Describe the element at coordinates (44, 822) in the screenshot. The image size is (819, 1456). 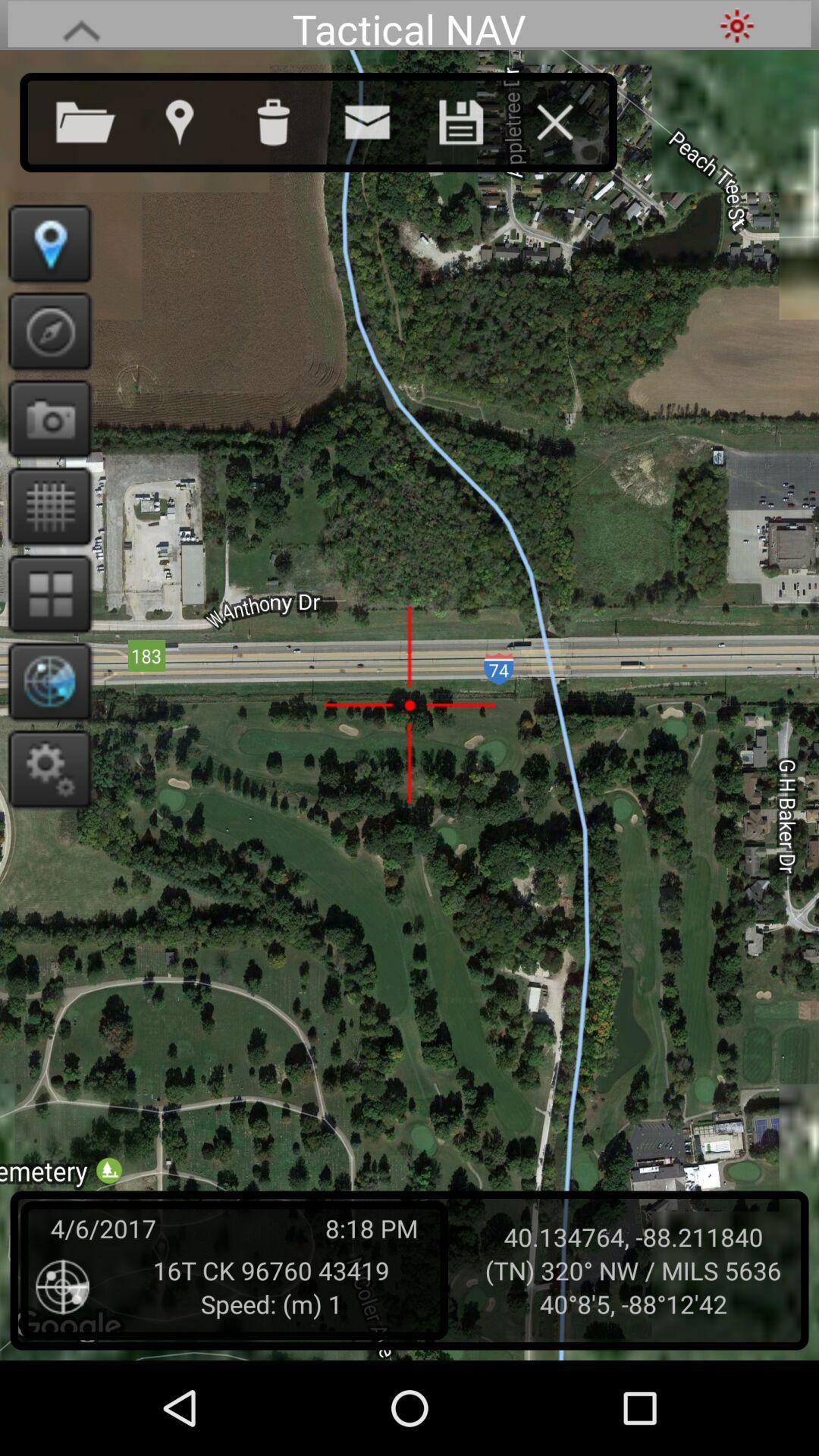
I see `the settings icon` at that location.